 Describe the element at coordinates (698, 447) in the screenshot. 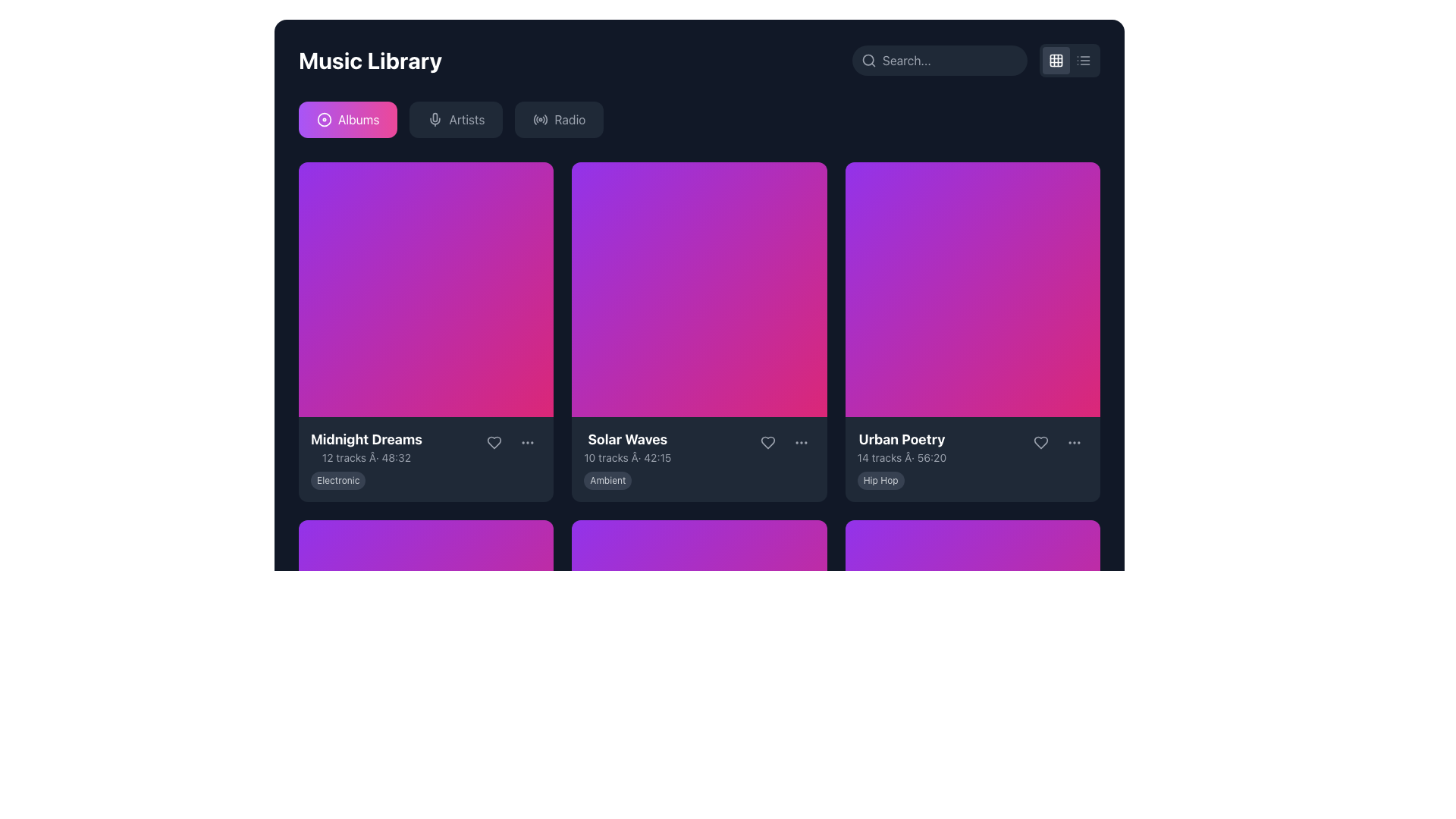

I see `the 'Solar Waves' album entry card` at that location.